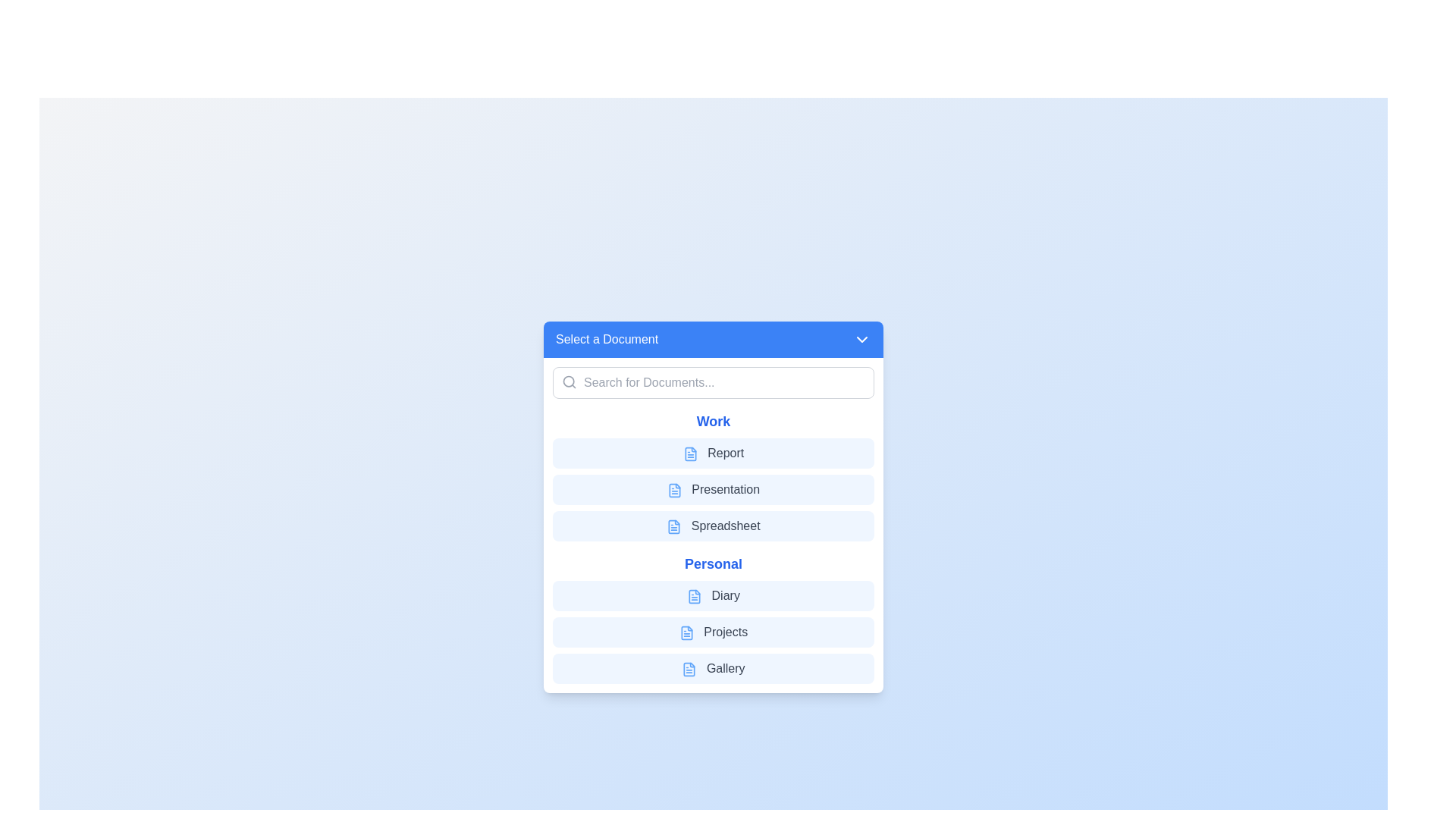  Describe the element at coordinates (689, 453) in the screenshot. I see `the document icon with a blue outline located to the left of the 'Report' text` at that location.